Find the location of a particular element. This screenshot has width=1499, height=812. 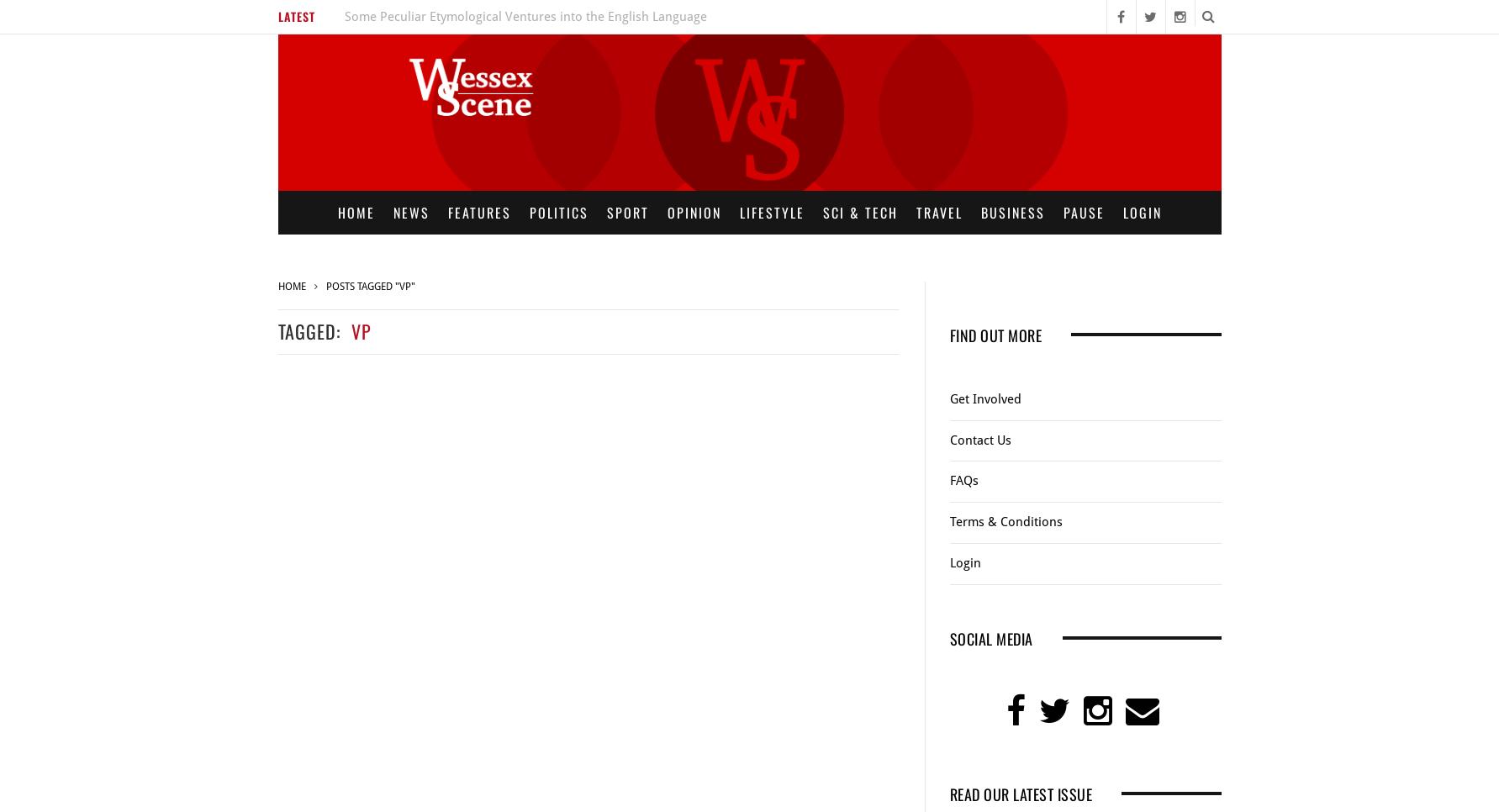

'Pause' is located at coordinates (1083, 212).